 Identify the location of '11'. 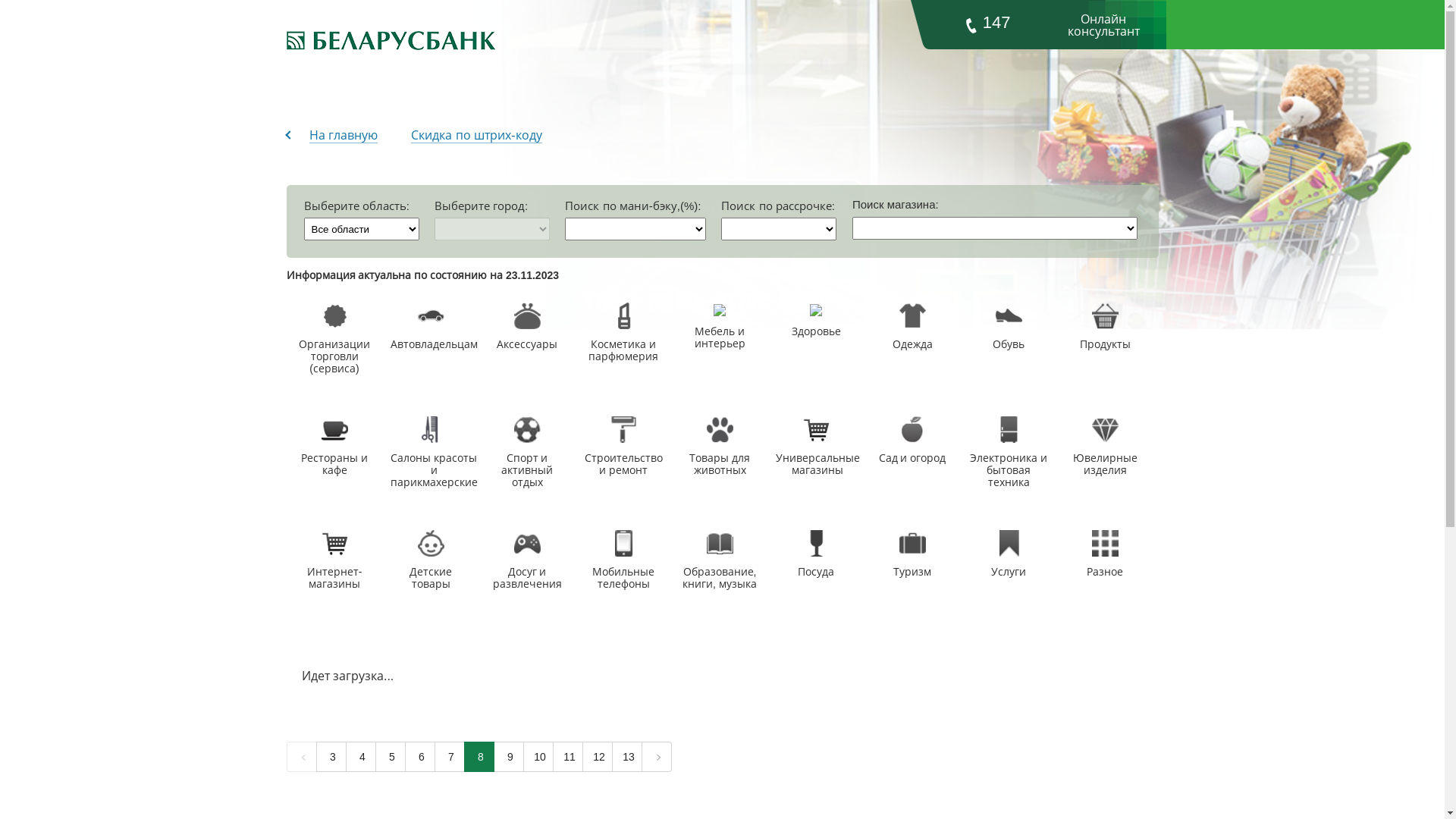
(566, 757).